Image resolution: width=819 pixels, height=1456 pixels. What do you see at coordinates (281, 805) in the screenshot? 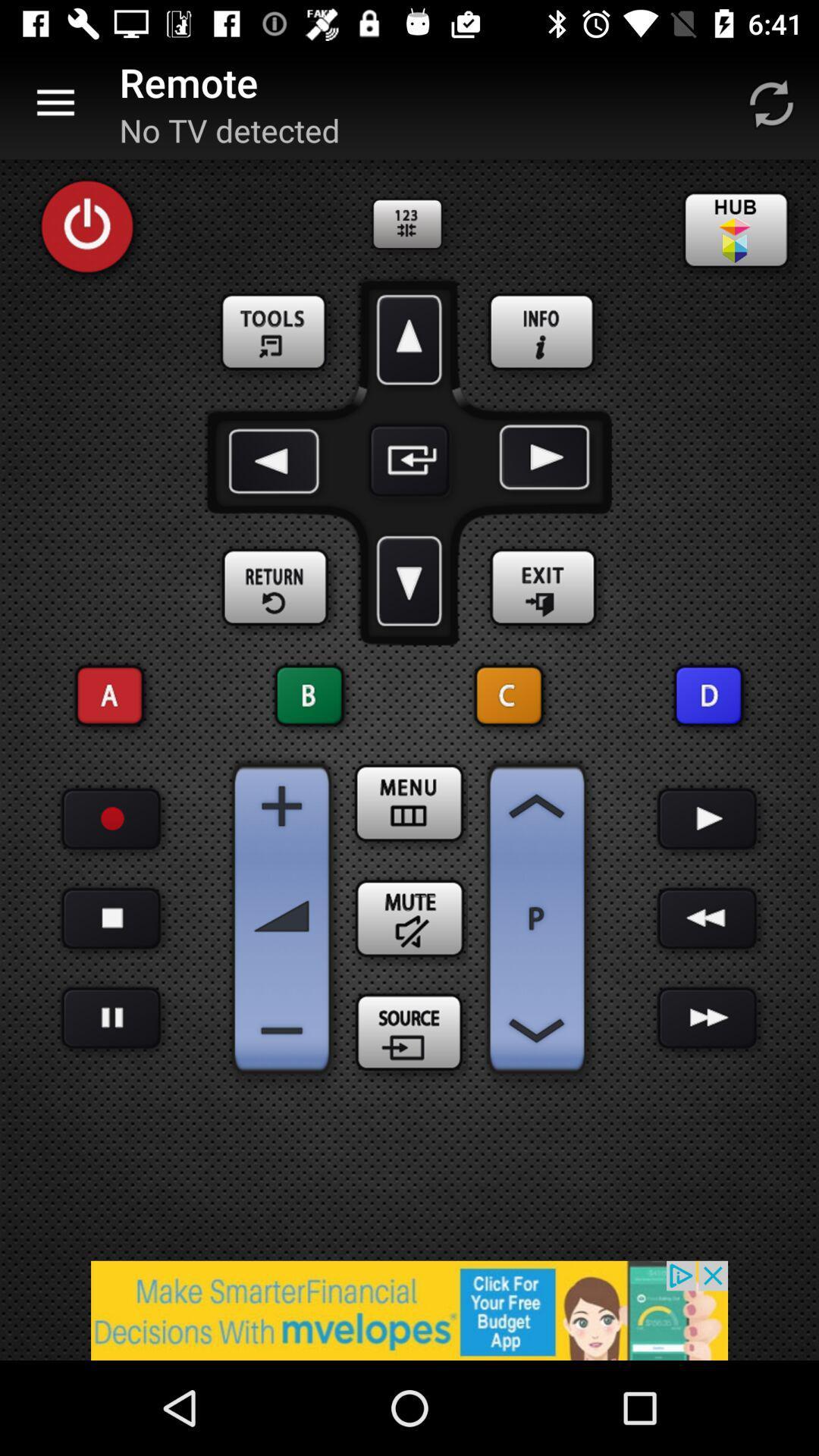
I see `increase volume` at bounding box center [281, 805].